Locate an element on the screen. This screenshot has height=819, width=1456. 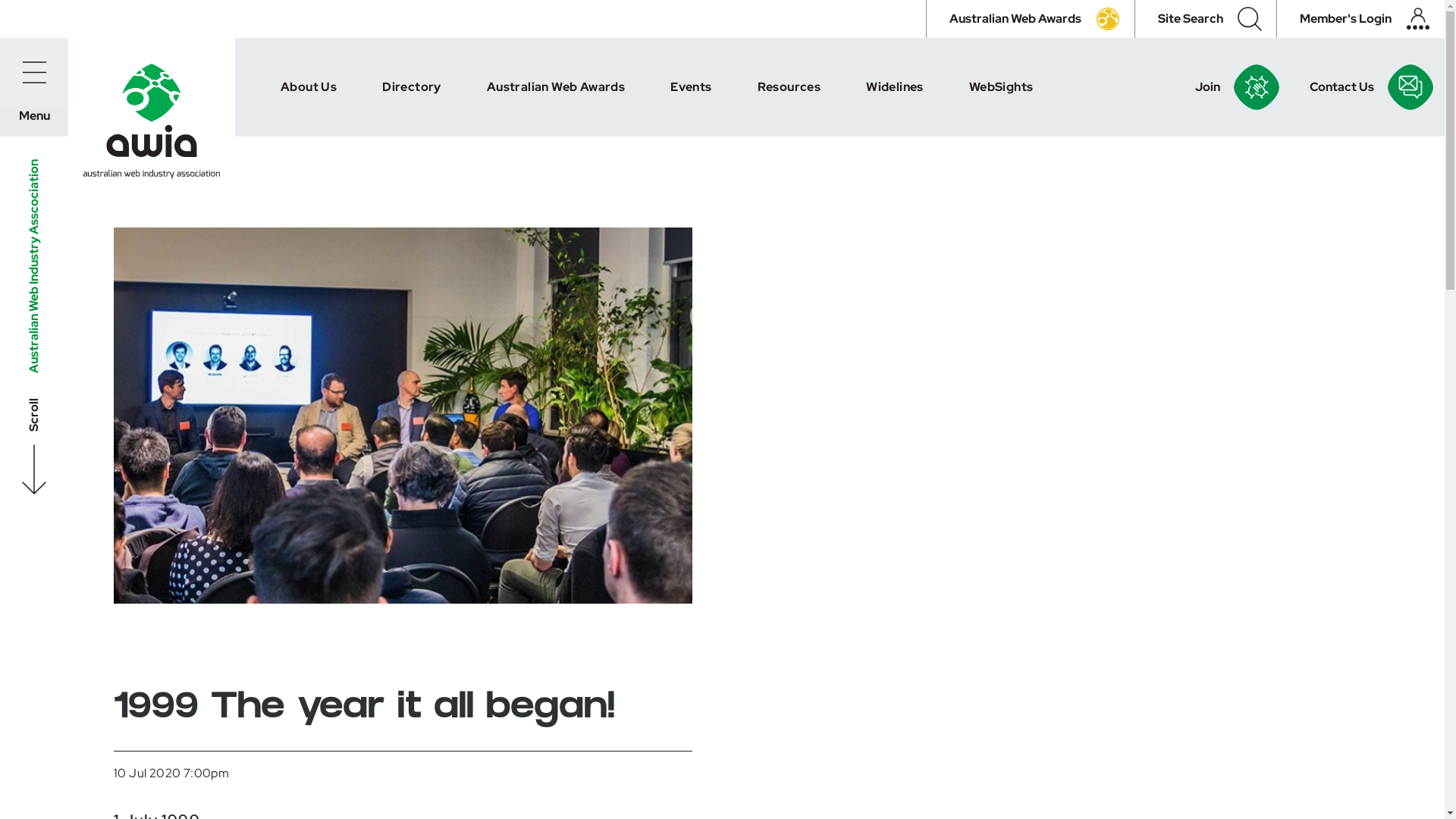
'WebSights' is located at coordinates (1001, 87).